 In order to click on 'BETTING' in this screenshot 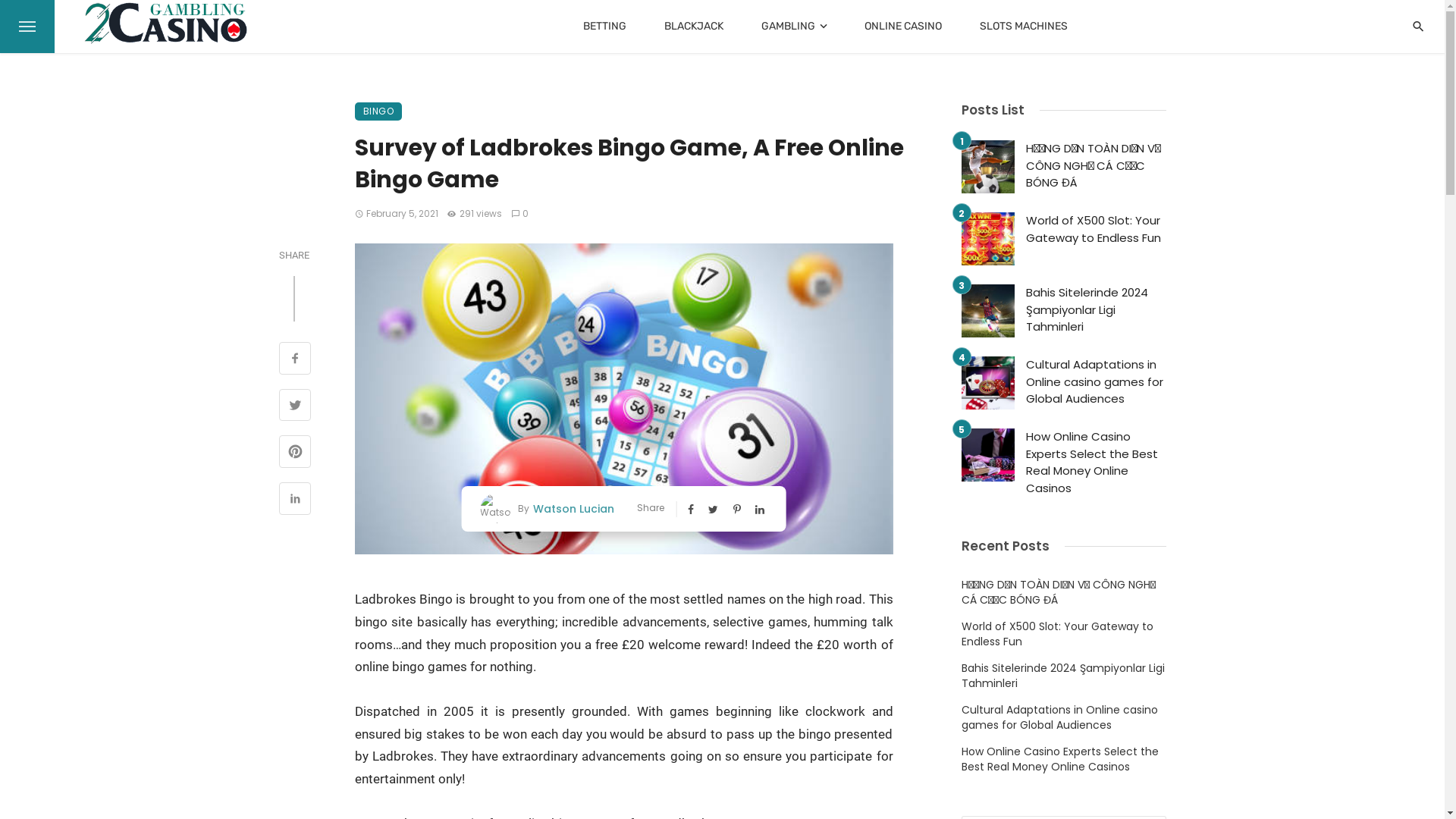, I will do `click(604, 26)`.